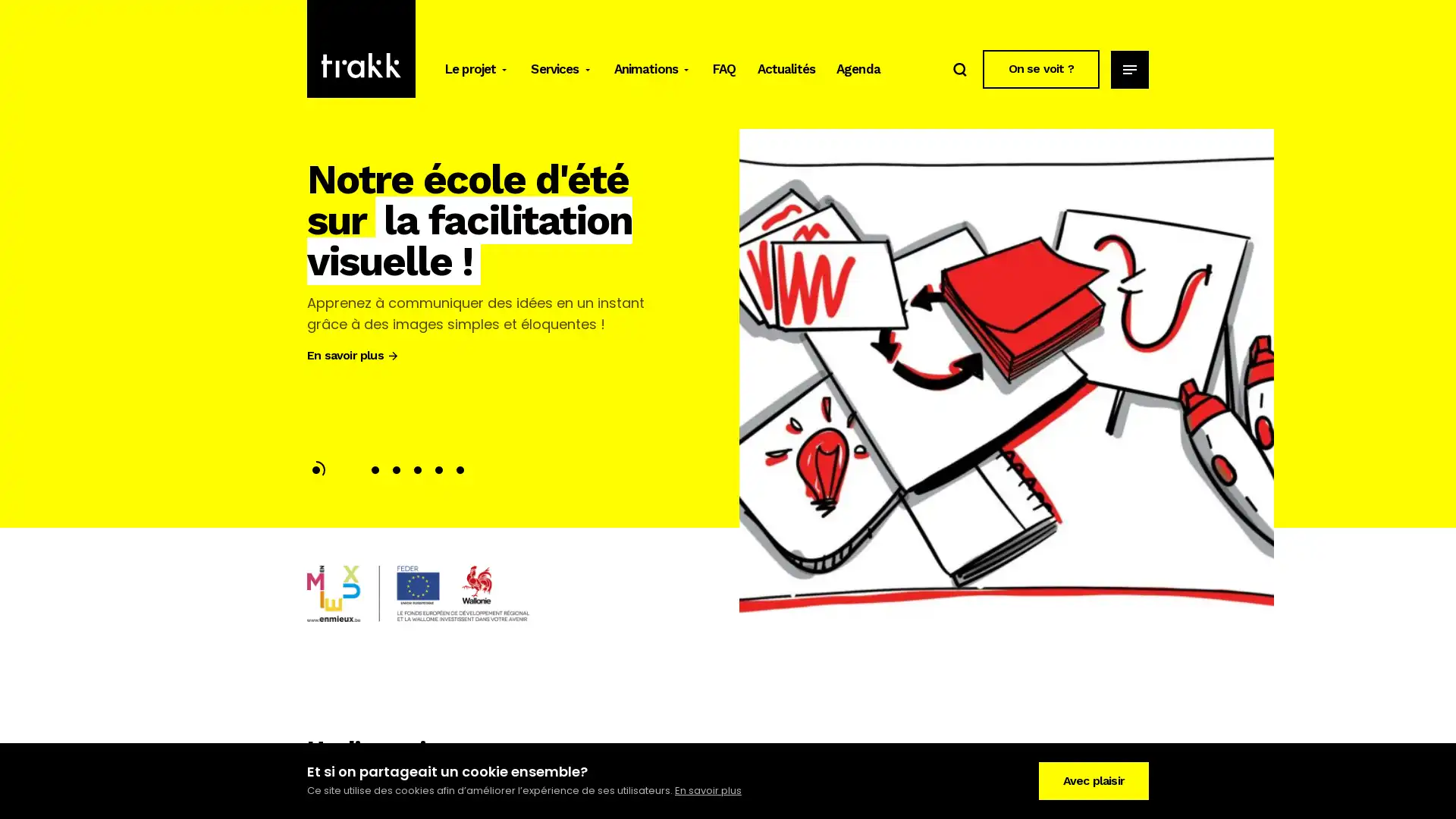 This screenshot has width=1456, height=819. What do you see at coordinates (337, 469) in the screenshot?
I see `Slide 2` at bounding box center [337, 469].